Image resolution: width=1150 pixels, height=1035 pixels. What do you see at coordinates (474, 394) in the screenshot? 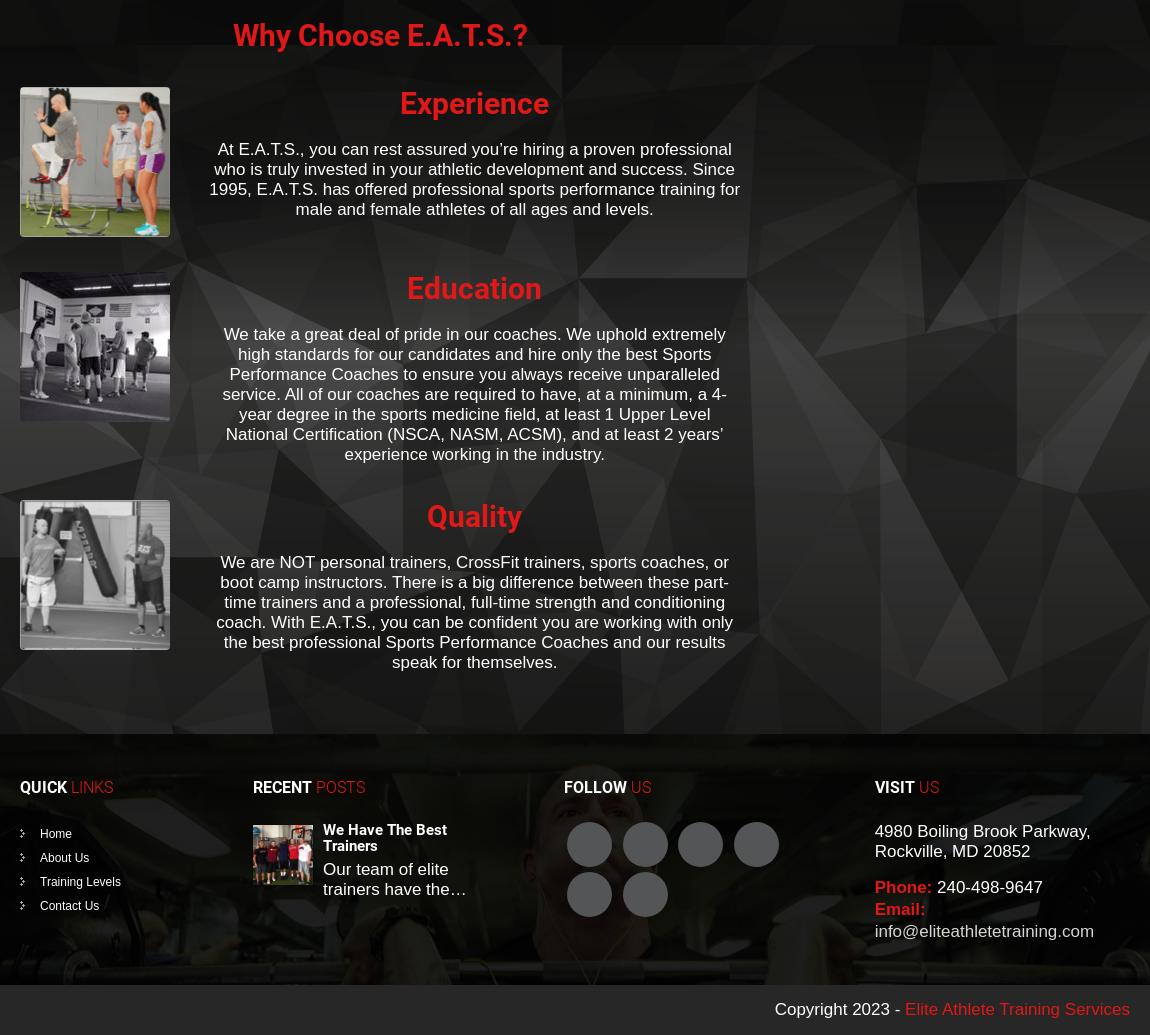
I see `'We take a great deal of pride in our coaches. We uphold extremely high standards for our candidates and hire only the best Sports Performance Coaches to ensure you always receive unparalleled service. All of our coaches are required to have, at a minimum, a 4-year degree in the sports medicine field, at least 1 Upper Level National Certification (NSCA, NASM, ACSM), and at least 2 years’ experience working in the industry.'` at bounding box center [474, 394].